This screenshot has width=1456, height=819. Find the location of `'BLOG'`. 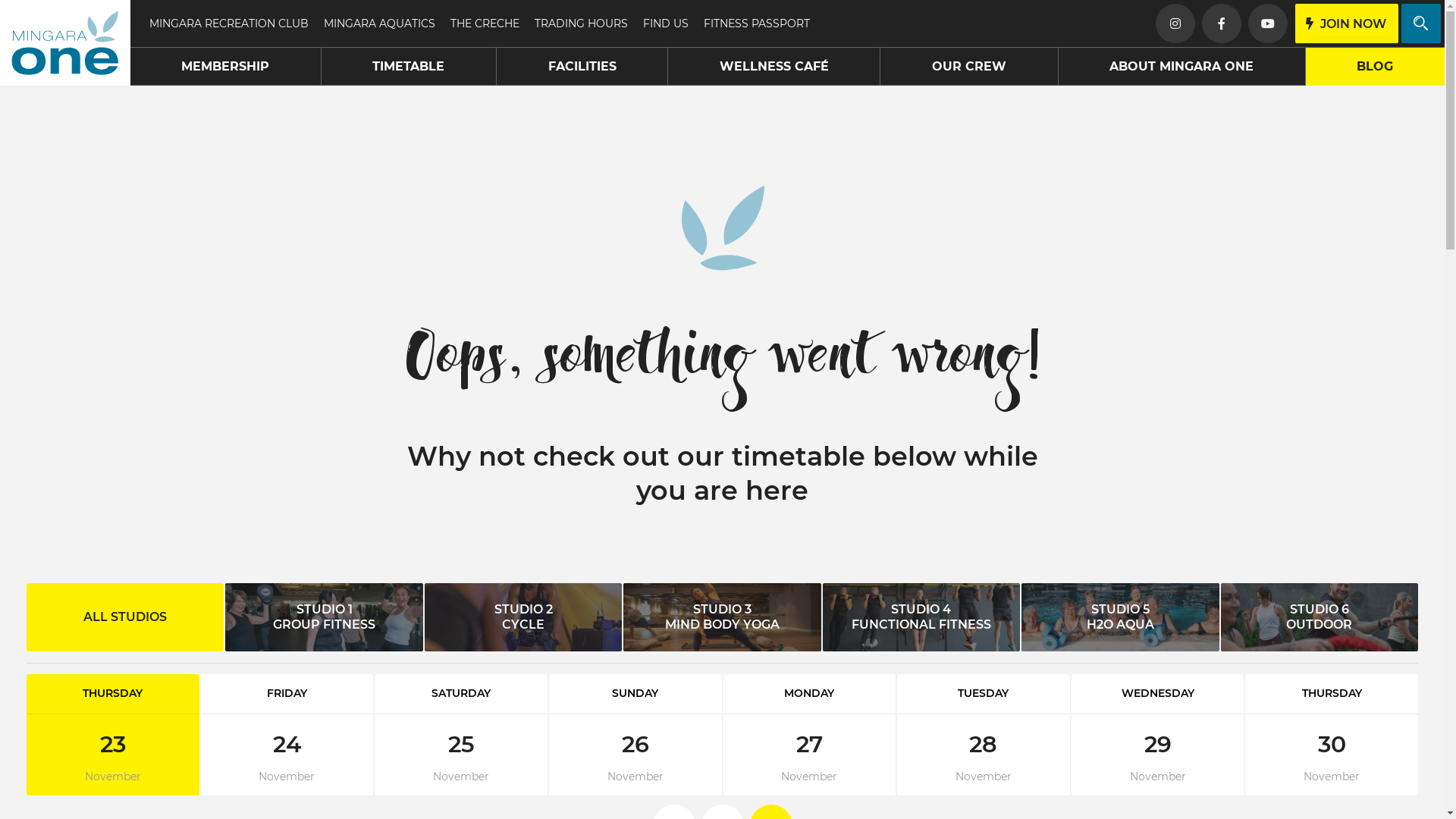

'BLOG' is located at coordinates (1375, 66).